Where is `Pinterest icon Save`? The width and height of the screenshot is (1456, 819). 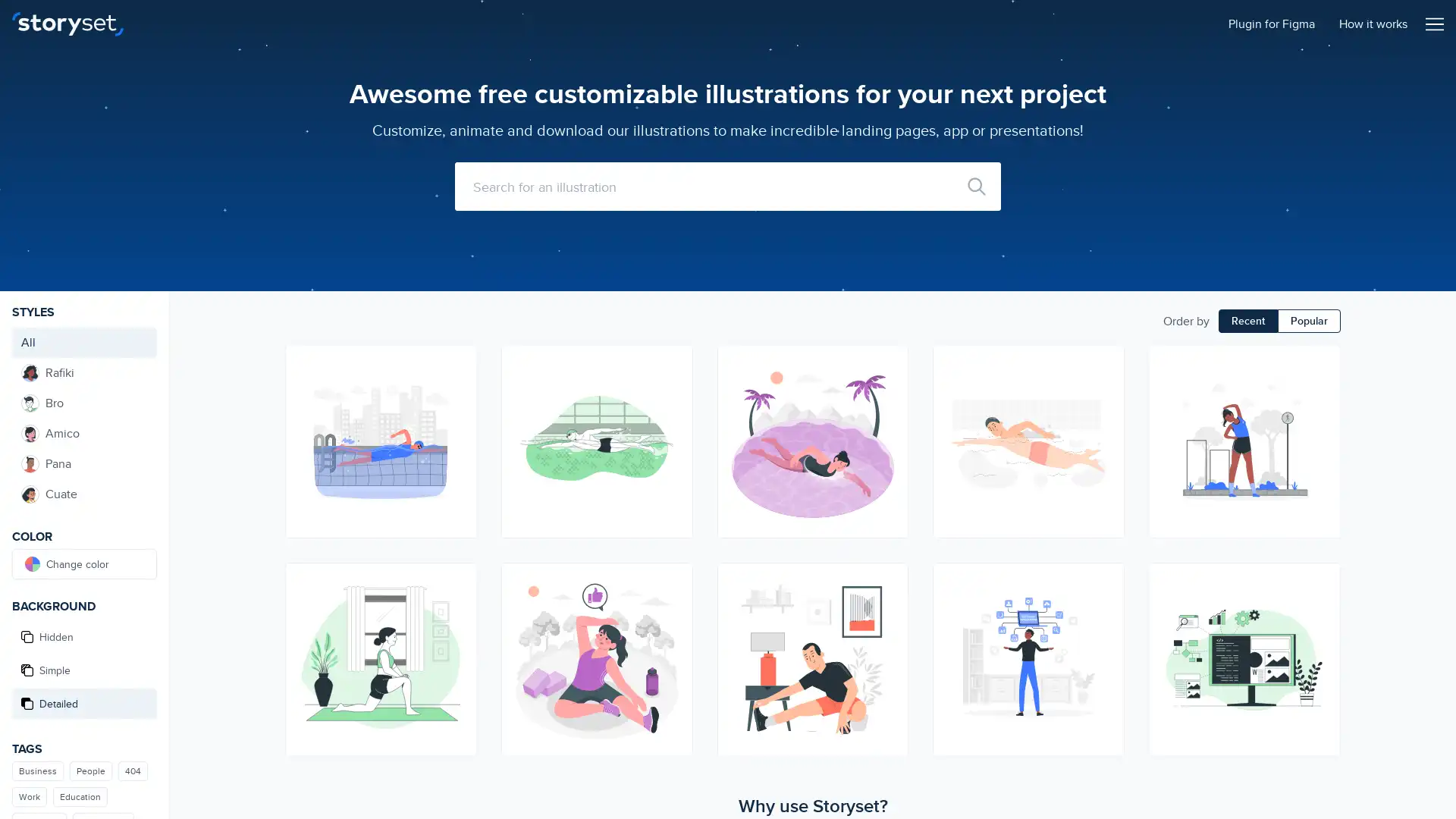 Pinterest icon Save is located at coordinates (1106, 635).